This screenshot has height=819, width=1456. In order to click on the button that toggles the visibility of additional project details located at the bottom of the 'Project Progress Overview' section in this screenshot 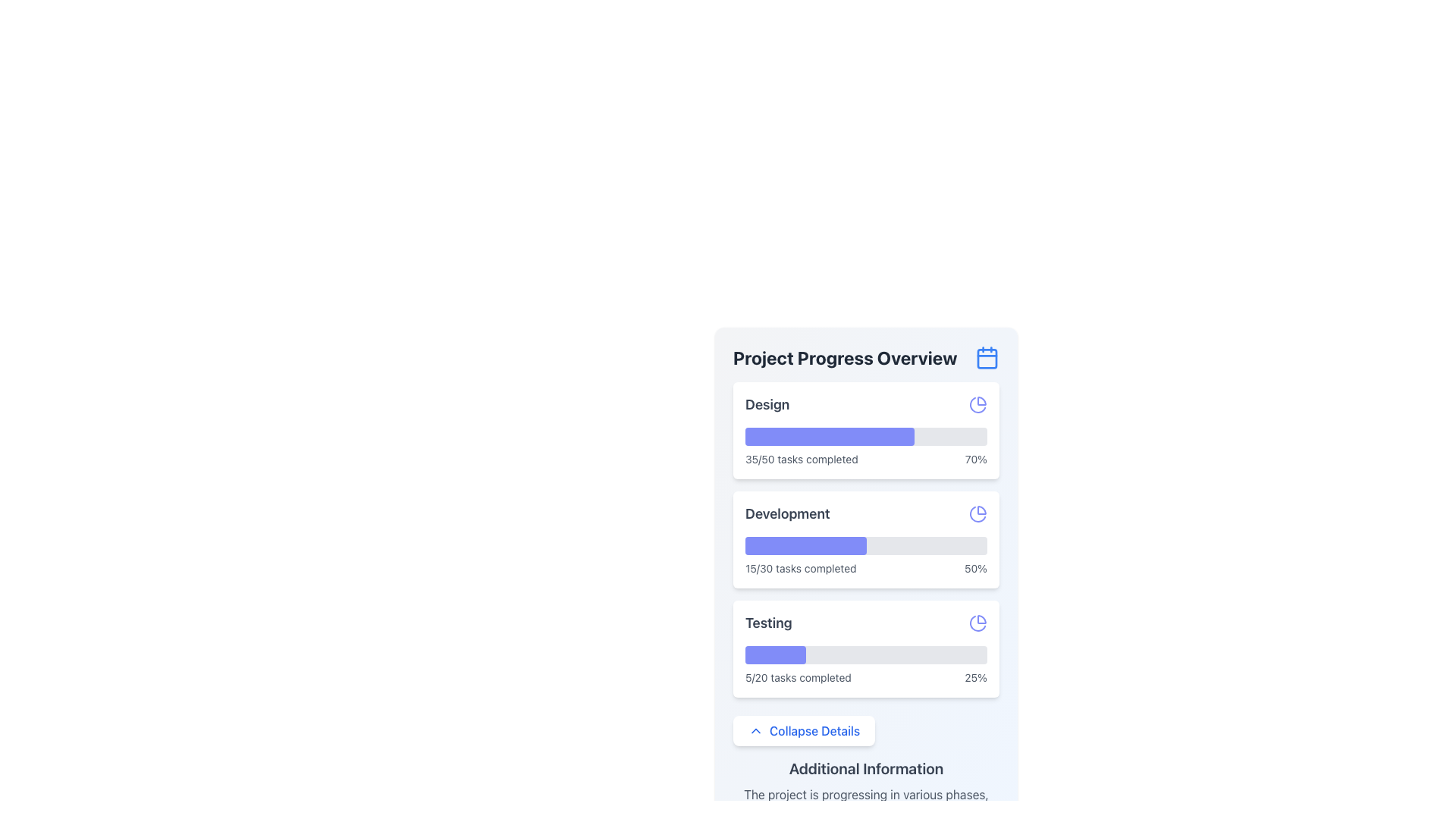, I will do `click(803, 730)`.